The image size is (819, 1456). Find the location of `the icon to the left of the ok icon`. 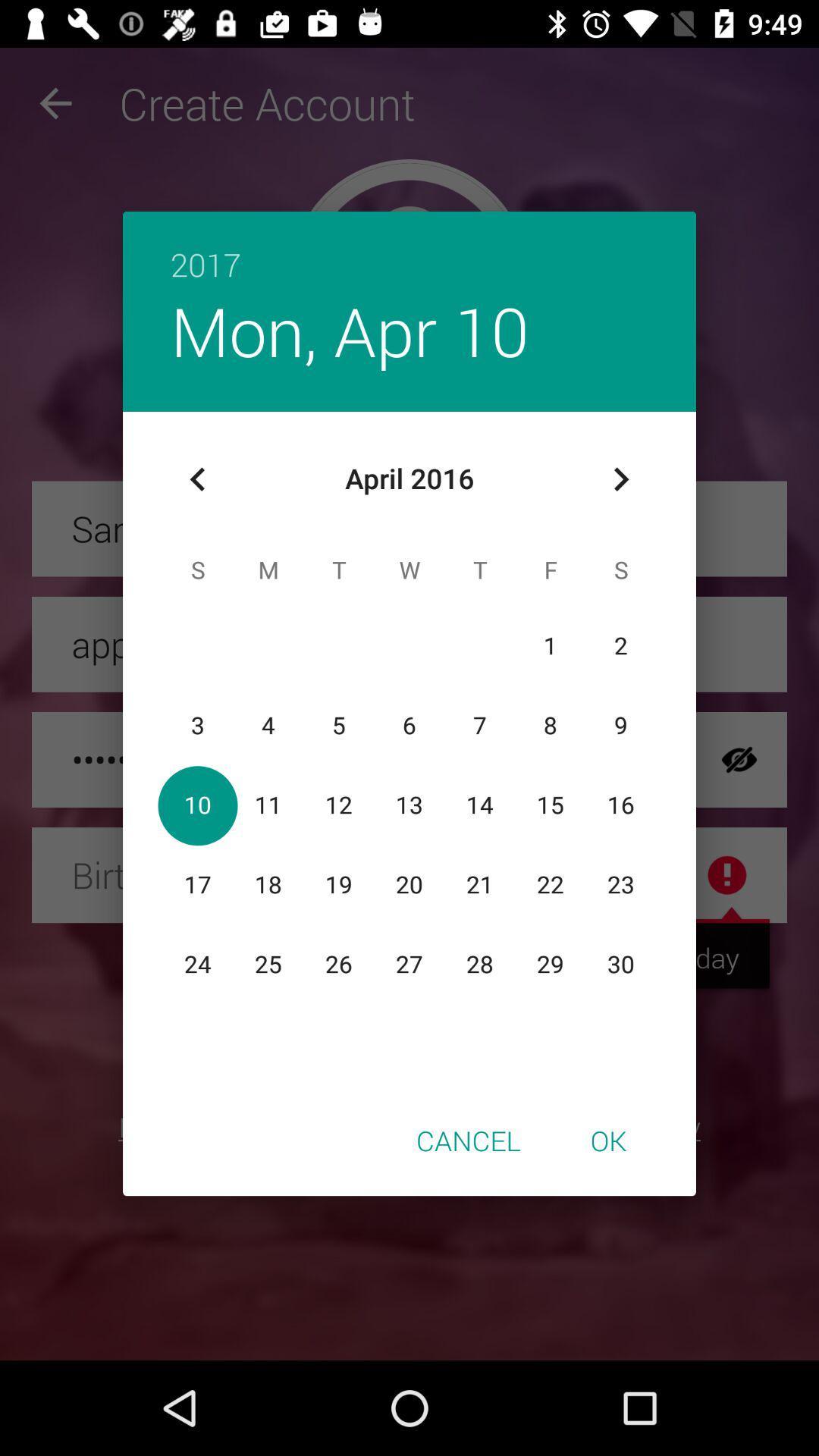

the icon to the left of the ok icon is located at coordinates (467, 1140).